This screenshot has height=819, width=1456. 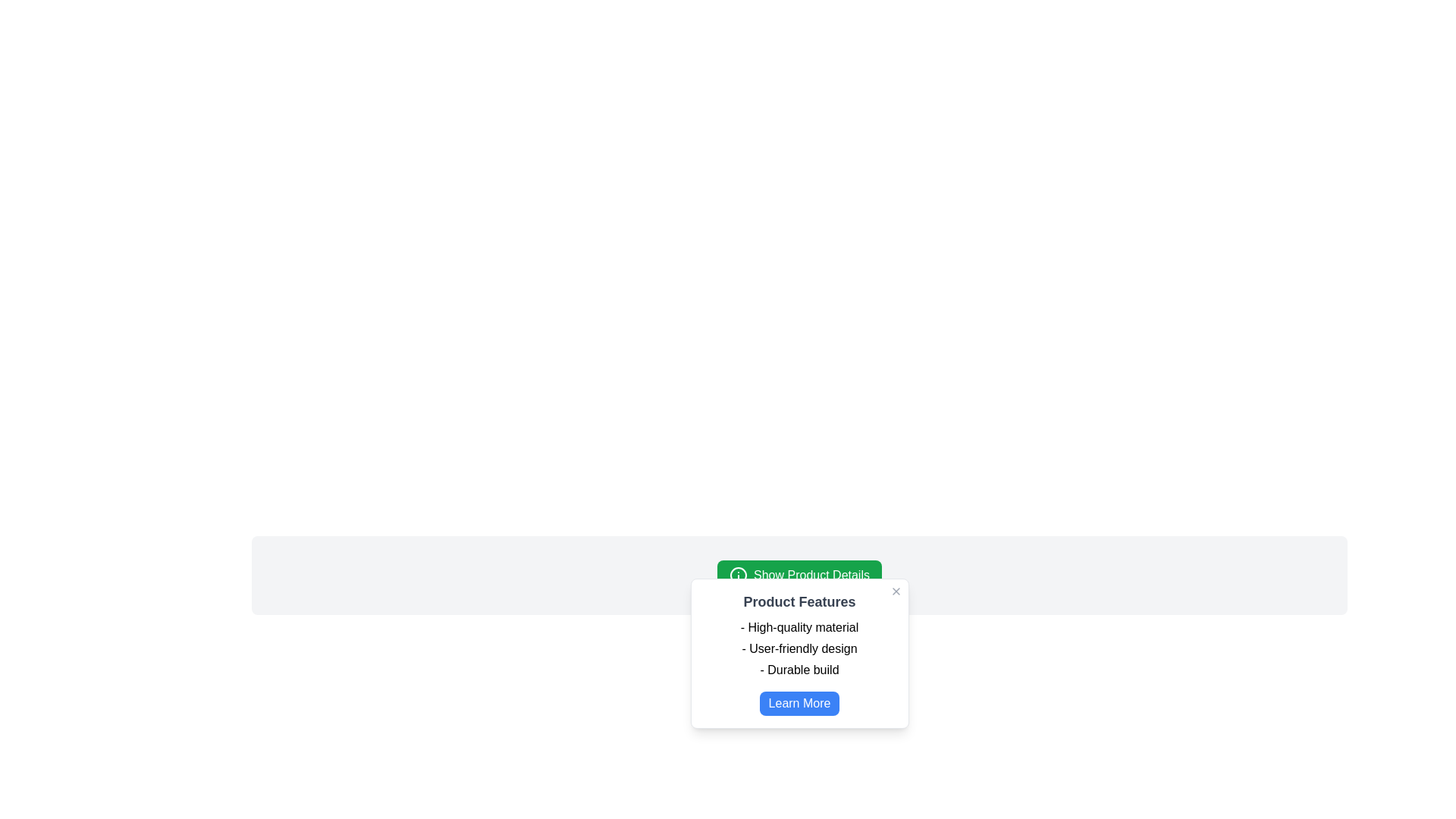 I want to click on the static text label that serves as a heading for the modal, positioned near the top center of the modal box, so click(x=799, y=601).